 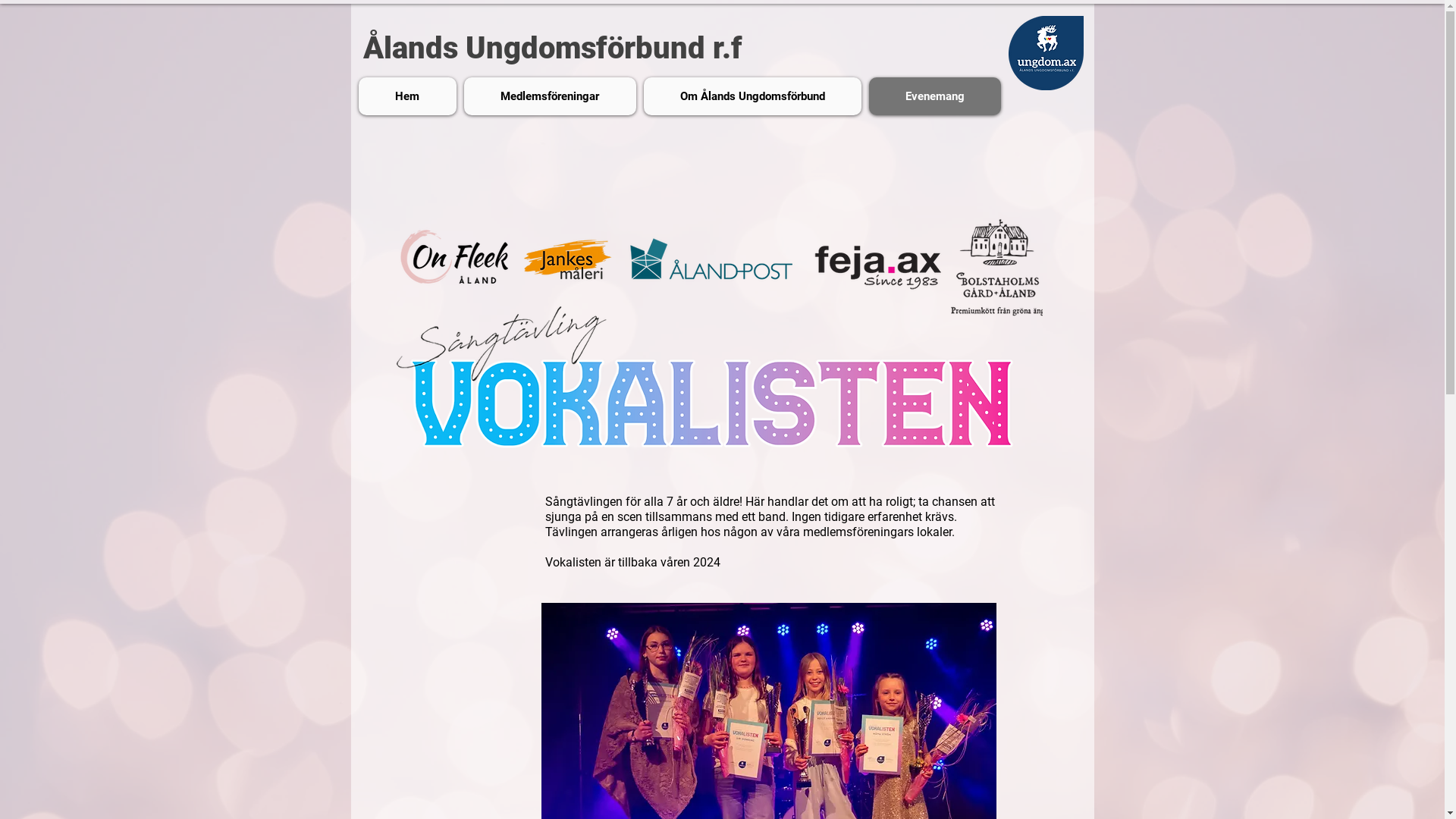 I want to click on 'Evenemang', so click(x=934, y=96).